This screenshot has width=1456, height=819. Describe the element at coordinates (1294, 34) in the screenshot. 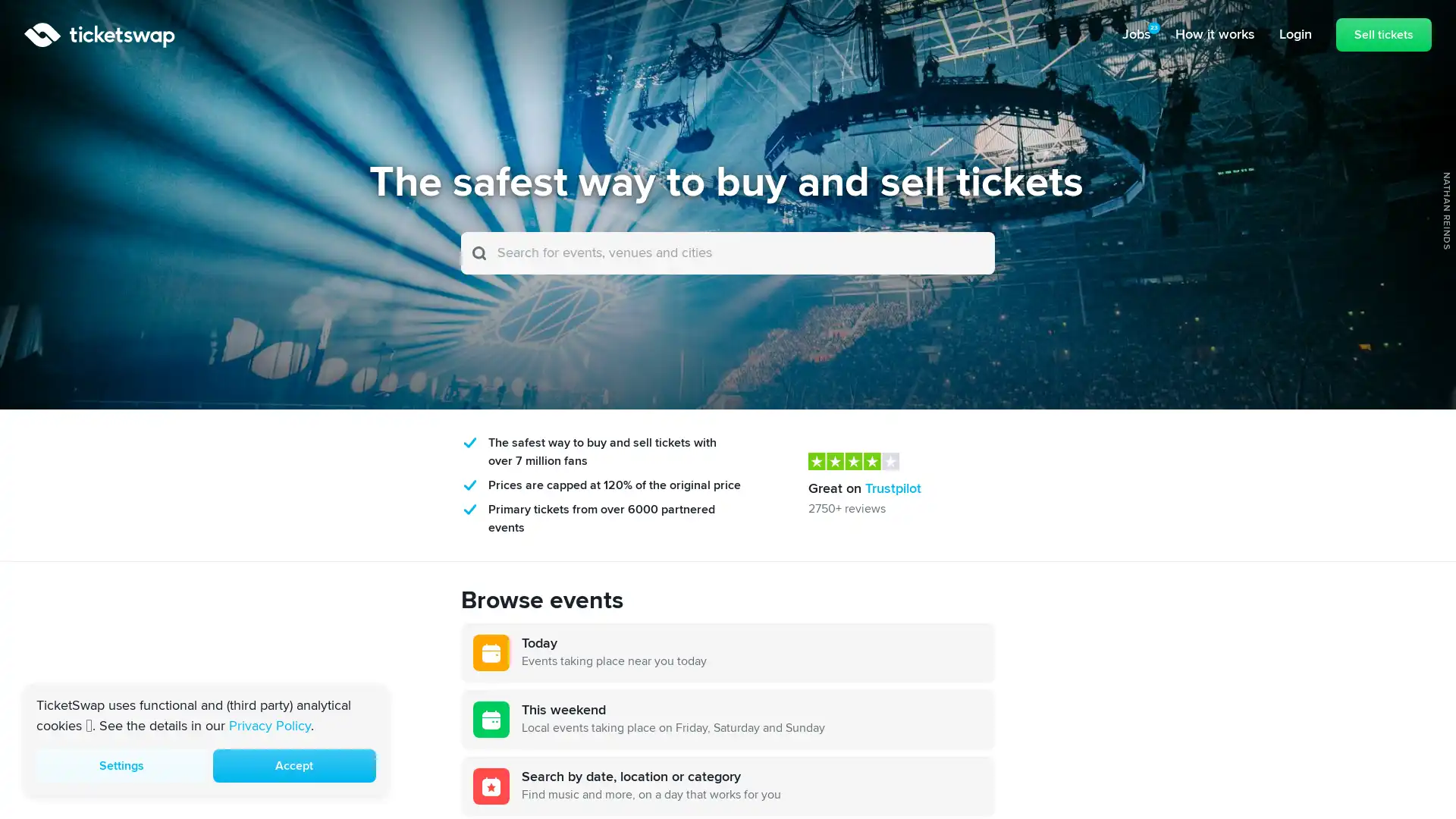

I see `Login` at that location.